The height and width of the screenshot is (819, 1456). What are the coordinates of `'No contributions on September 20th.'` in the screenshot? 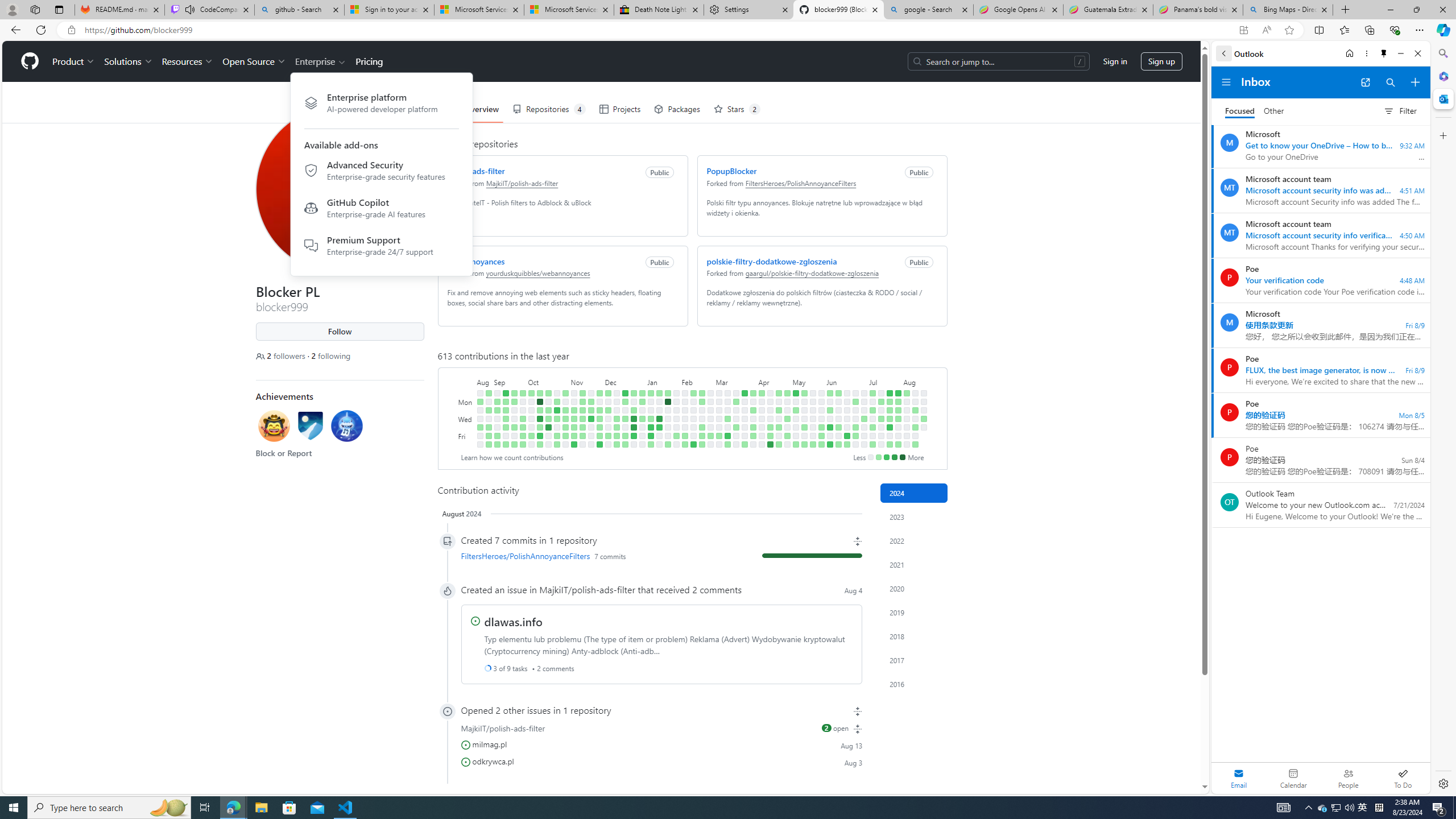 It's located at (513, 418).